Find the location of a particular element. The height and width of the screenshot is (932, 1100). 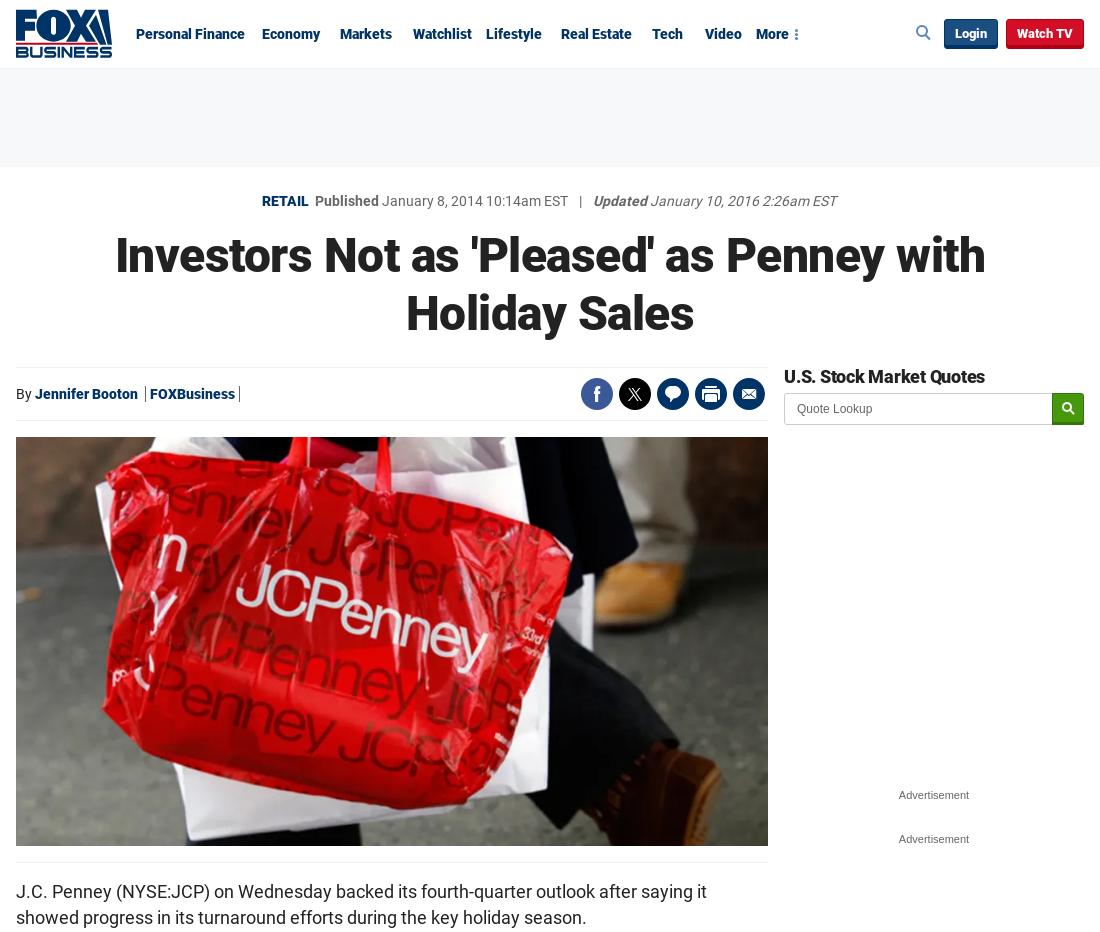

'January 10, 2016 2:26am EST' is located at coordinates (740, 201).